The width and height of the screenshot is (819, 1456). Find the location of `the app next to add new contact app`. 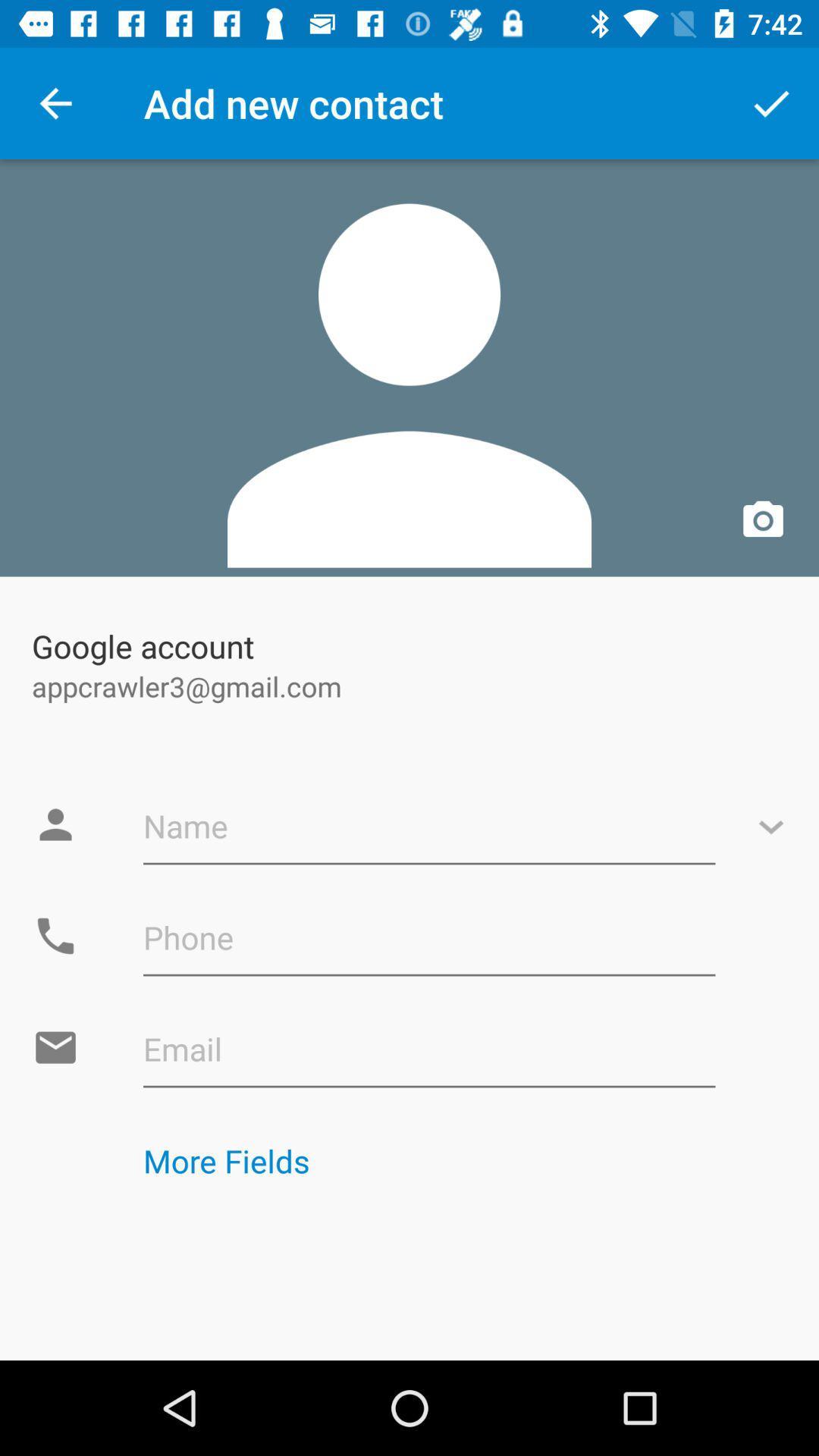

the app next to add new contact app is located at coordinates (771, 102).